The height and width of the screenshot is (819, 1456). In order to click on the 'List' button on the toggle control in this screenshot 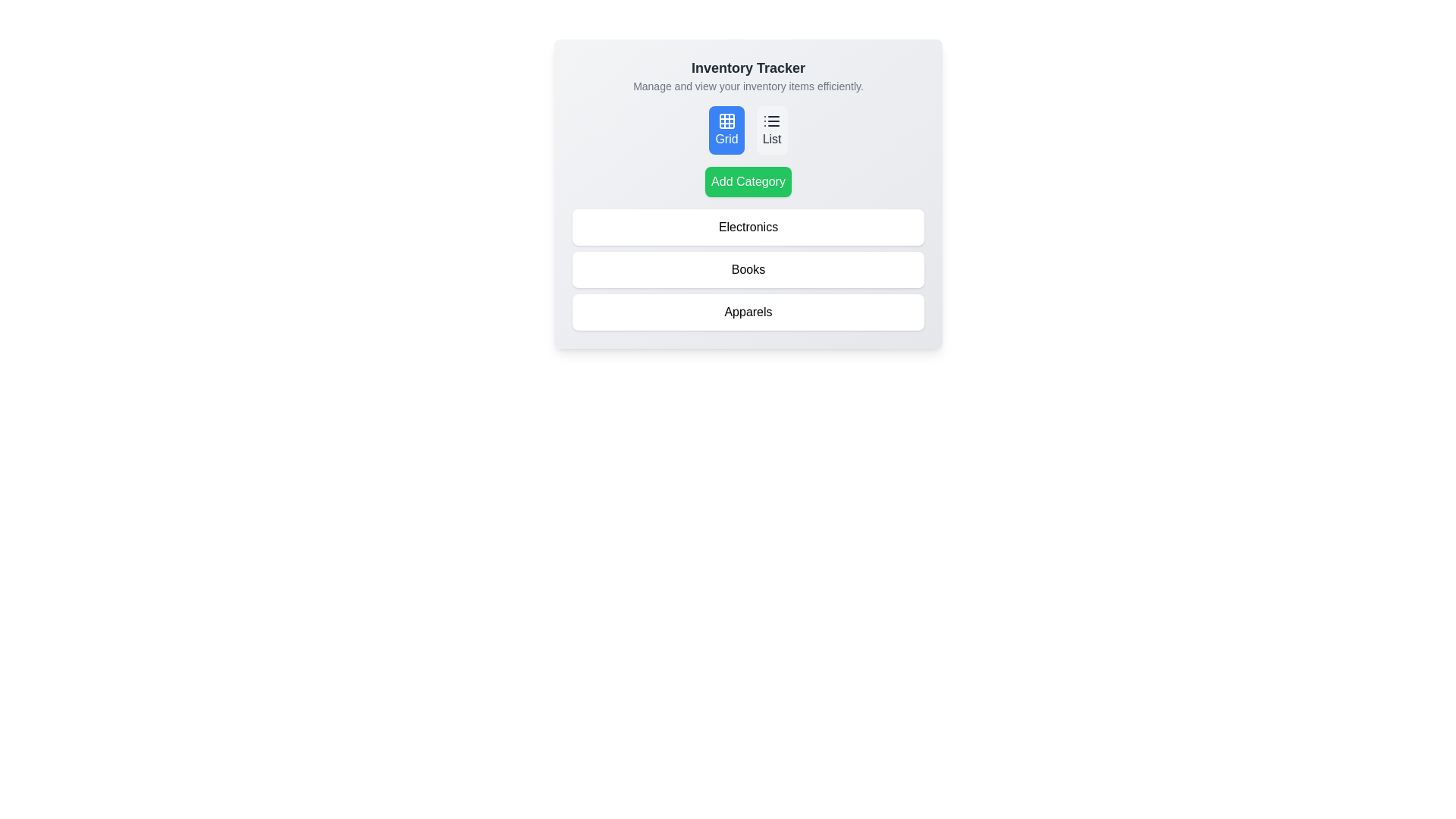, I will do `click(748, 130)`.